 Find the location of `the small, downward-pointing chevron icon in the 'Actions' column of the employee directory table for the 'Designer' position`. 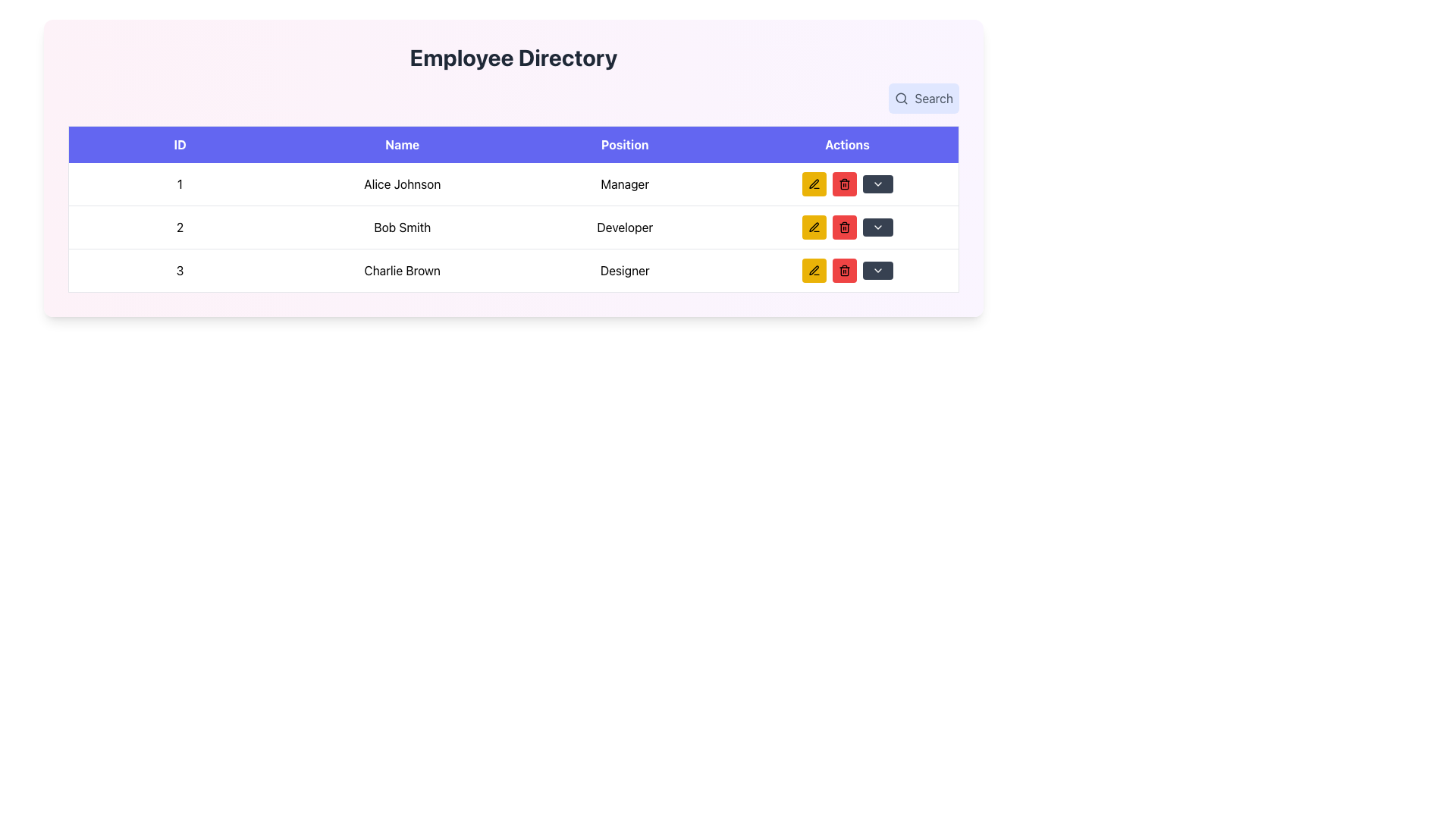

the small, downward-pointing chevron icon in the 'Actions' column of the employee directory table for the 'Designer' position is located at coordinates (877, 184).